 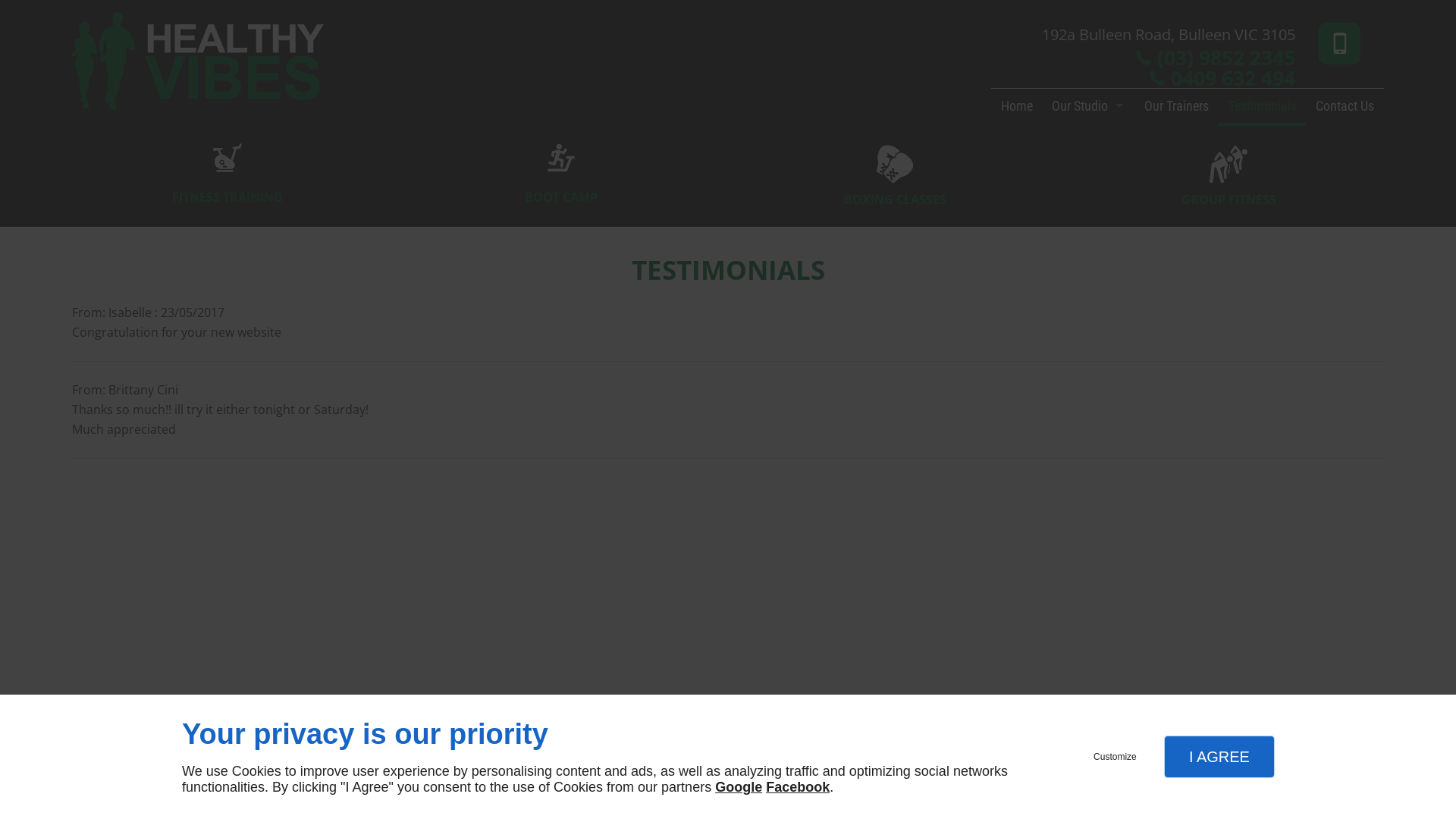 What do you see at coordinates (1228, 191) in the screenshot?
I see `'GROUP FITNESS'` at bounding box center [1228, 191].